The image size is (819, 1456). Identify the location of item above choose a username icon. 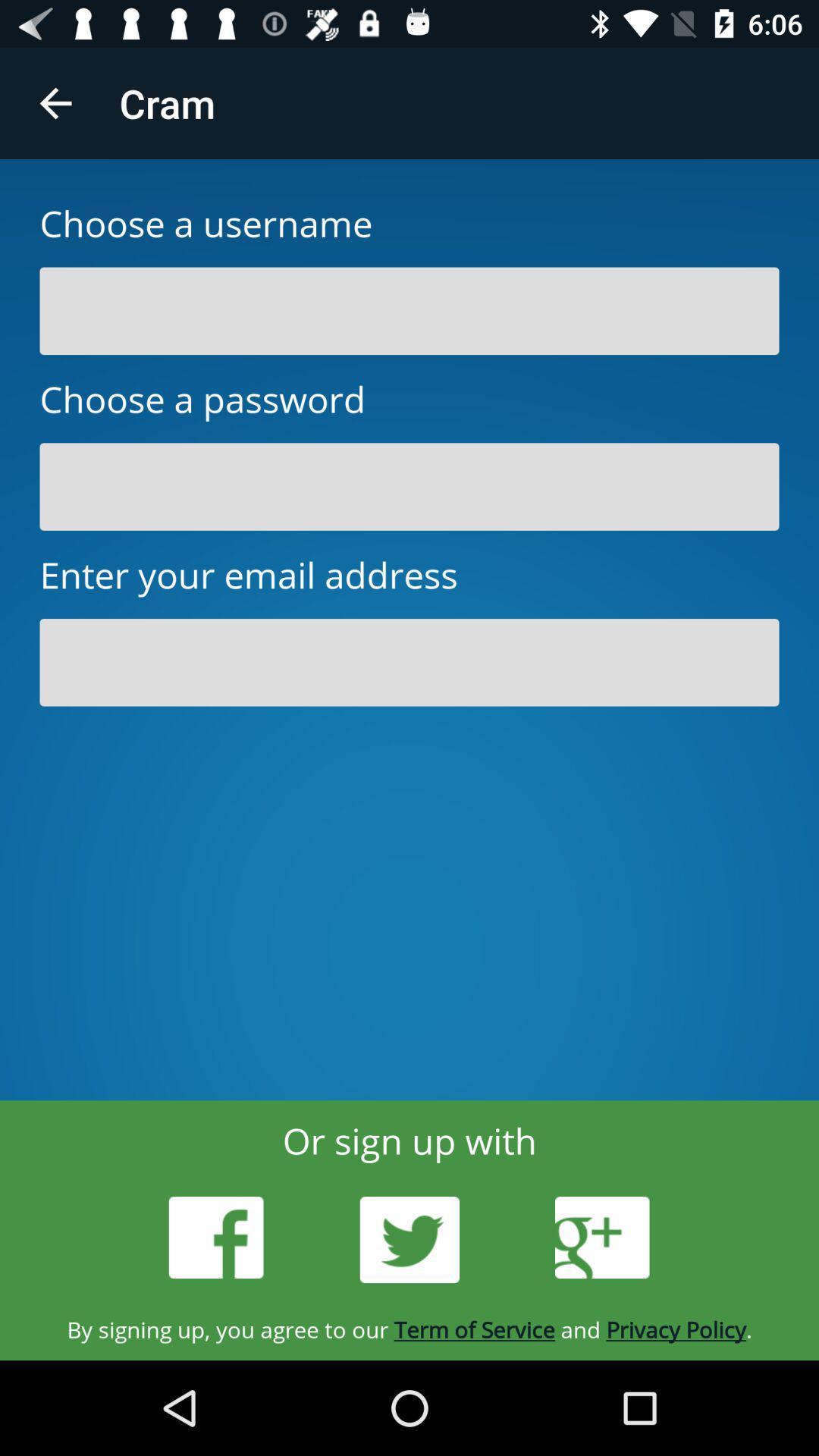
(55, 102).